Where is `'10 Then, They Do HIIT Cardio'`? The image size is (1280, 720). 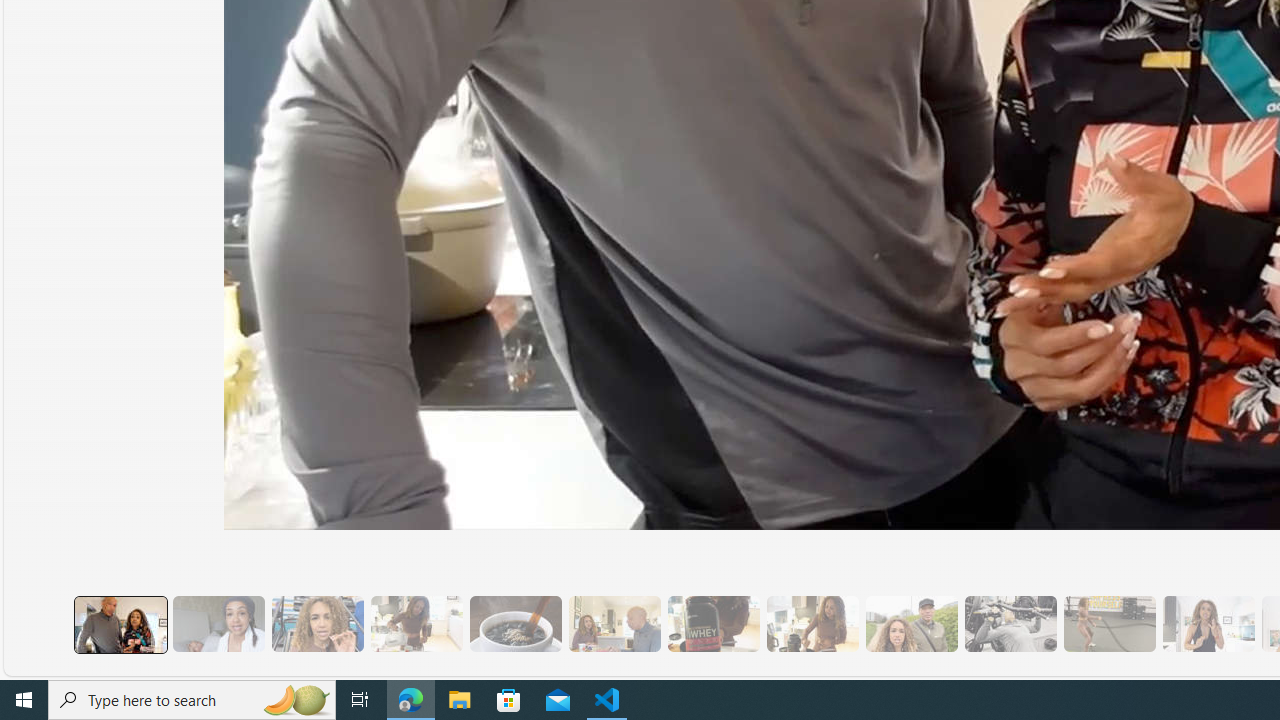
'10 Then, They Do HIIT Cardio' is located at coordinates (1108, 623).